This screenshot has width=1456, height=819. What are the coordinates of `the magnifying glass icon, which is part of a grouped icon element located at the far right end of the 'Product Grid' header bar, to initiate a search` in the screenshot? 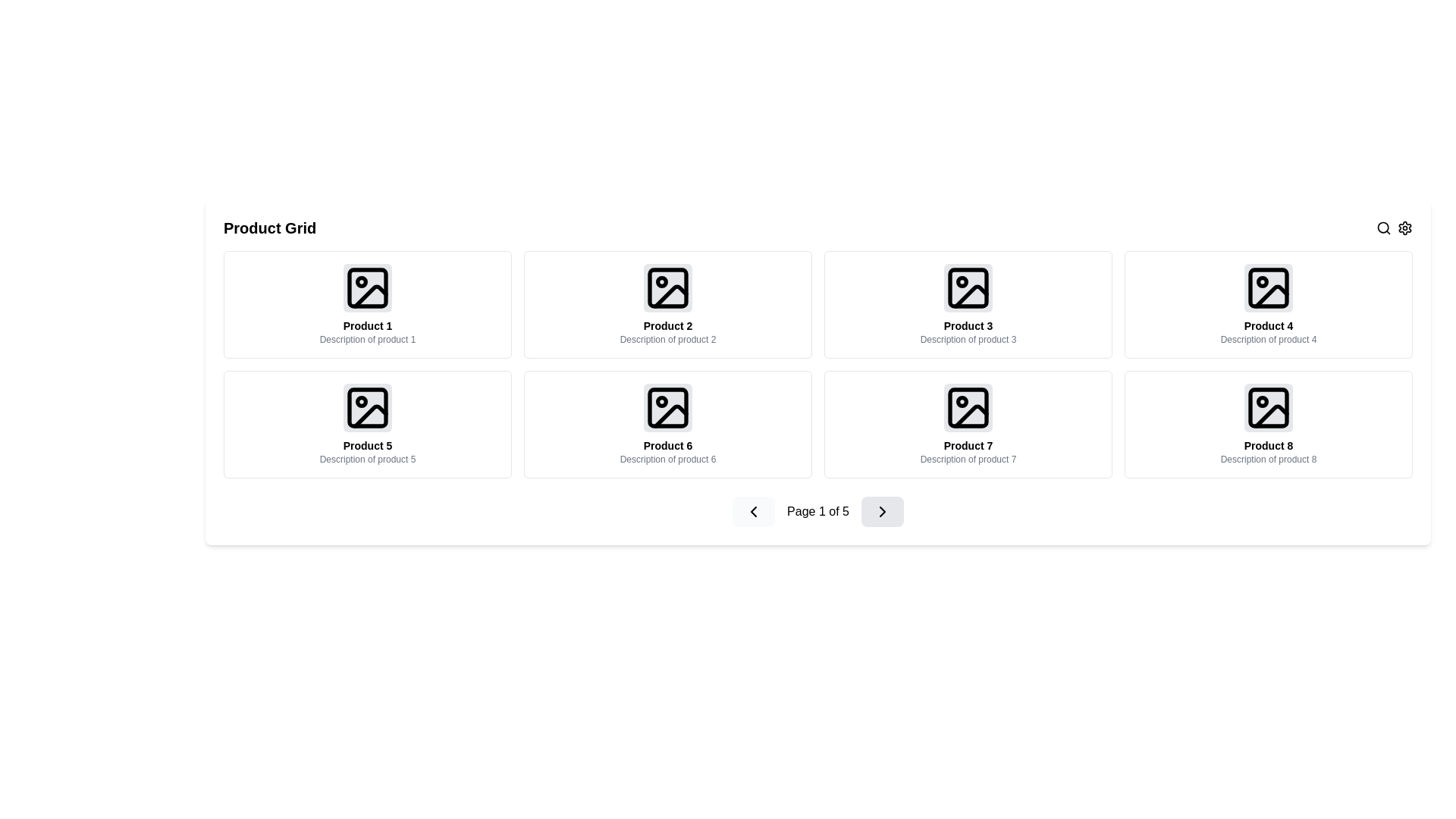 It's located at (1394, 227).